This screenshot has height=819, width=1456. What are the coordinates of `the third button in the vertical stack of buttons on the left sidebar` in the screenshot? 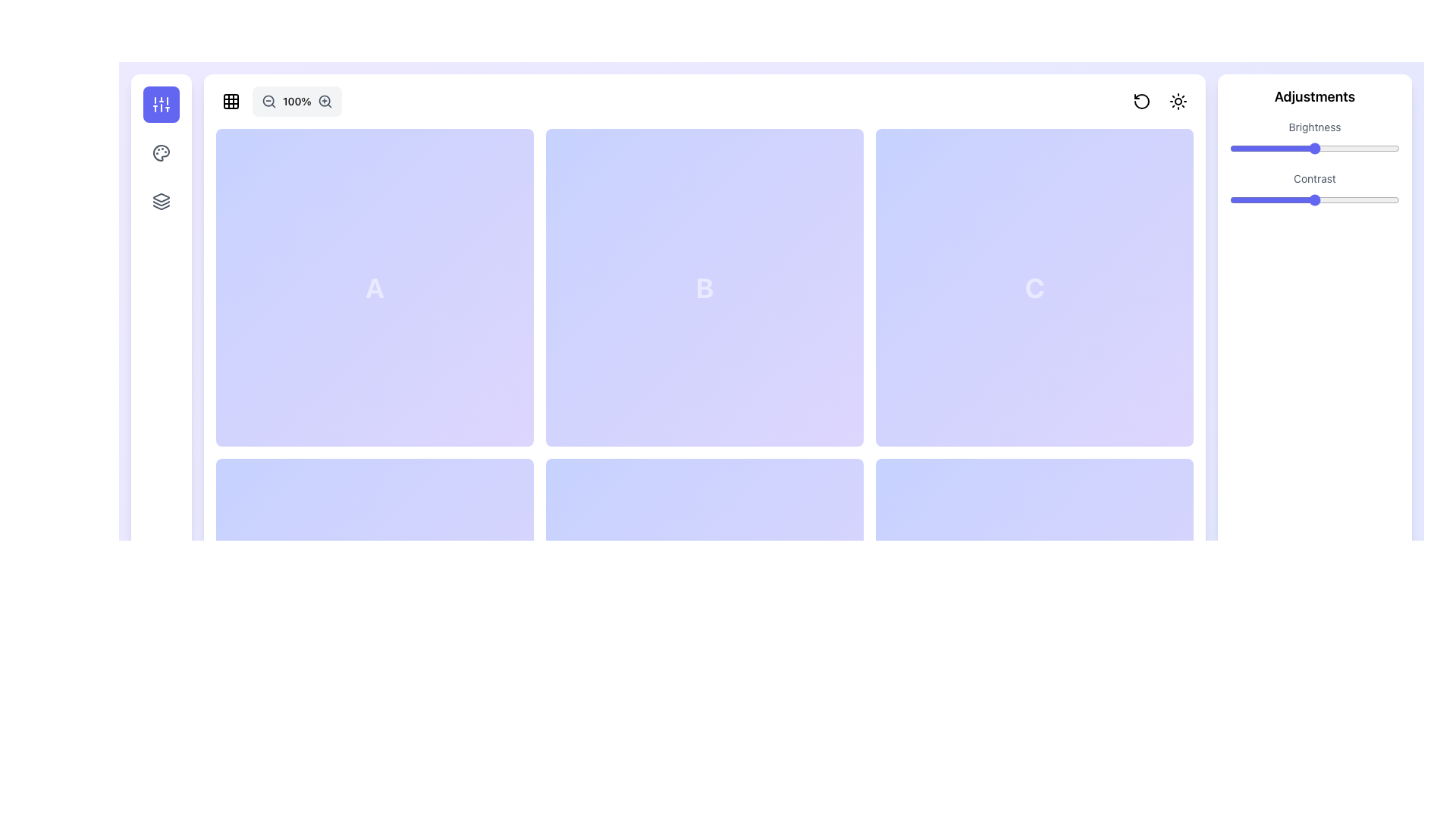 It's located at (161, 201).